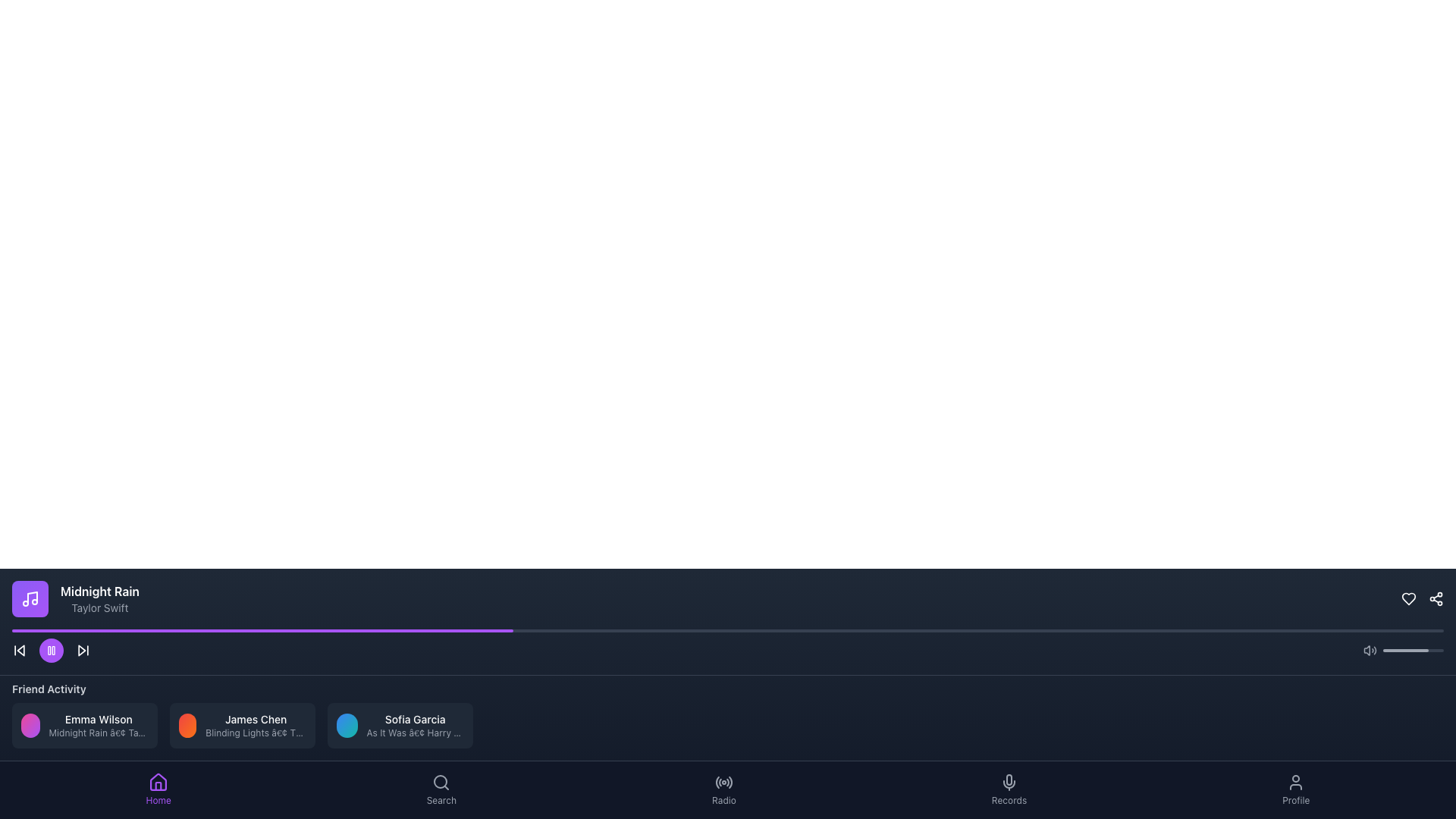 Image resolution: width=1456 pixels, height=819 pixels. I want to click on the Information card displaying 'James Chen' and 'Blinding Lights • The Weeknd', located in the middle of the 'Friend Activity' section, so click(243, 724).